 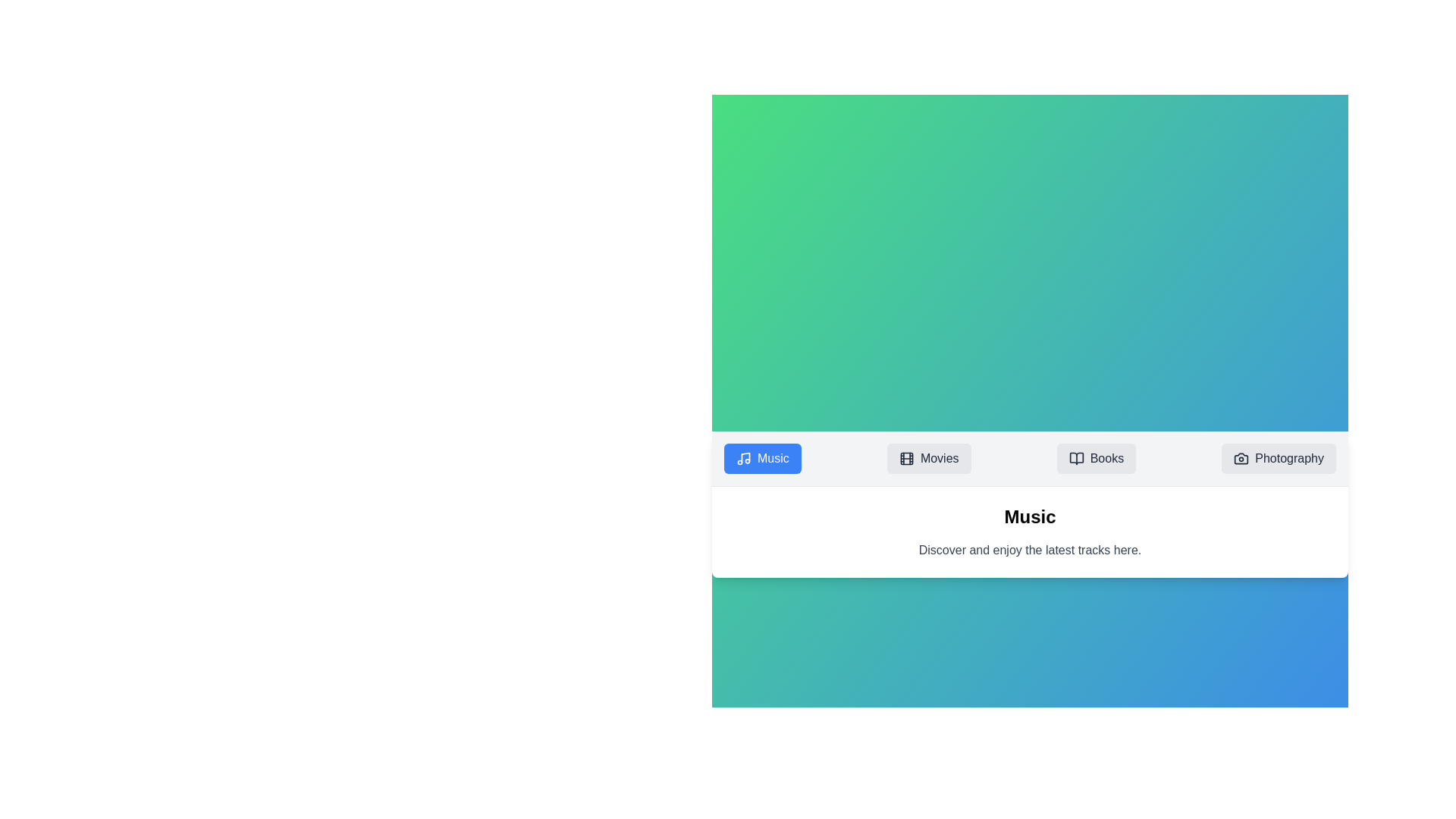 I want to click on the compact music note icon located at the leftmost side of the navigation bar, so click(x=743, y=457).